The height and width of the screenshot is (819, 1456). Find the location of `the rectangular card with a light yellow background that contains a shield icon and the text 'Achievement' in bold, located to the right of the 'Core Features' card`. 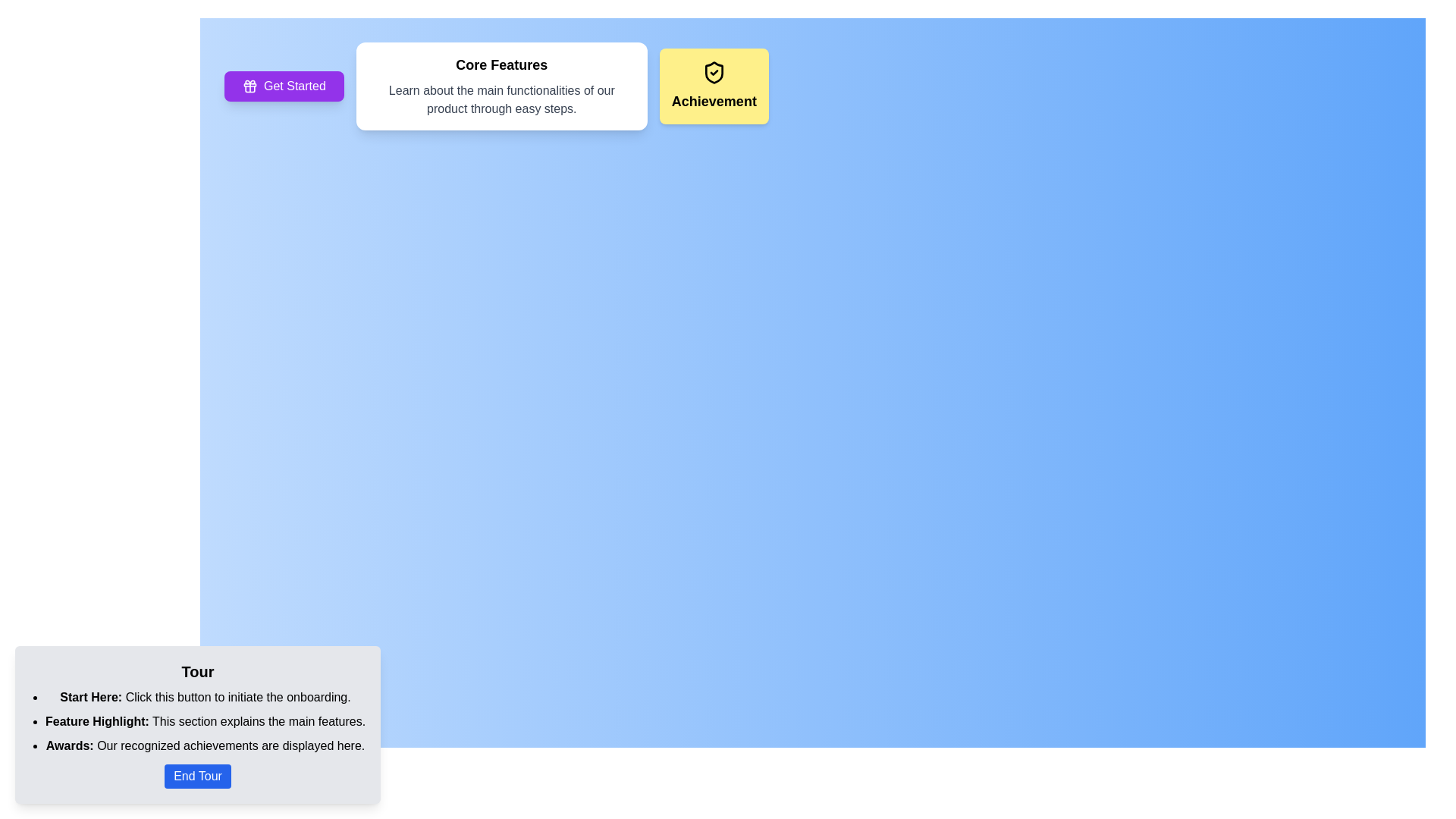

the rectangular card with a light yellow background that contains a shield icon and the text 'Achievement' in bold, located to the right of the 'Core Features' card is located at coordinates (713, 86).